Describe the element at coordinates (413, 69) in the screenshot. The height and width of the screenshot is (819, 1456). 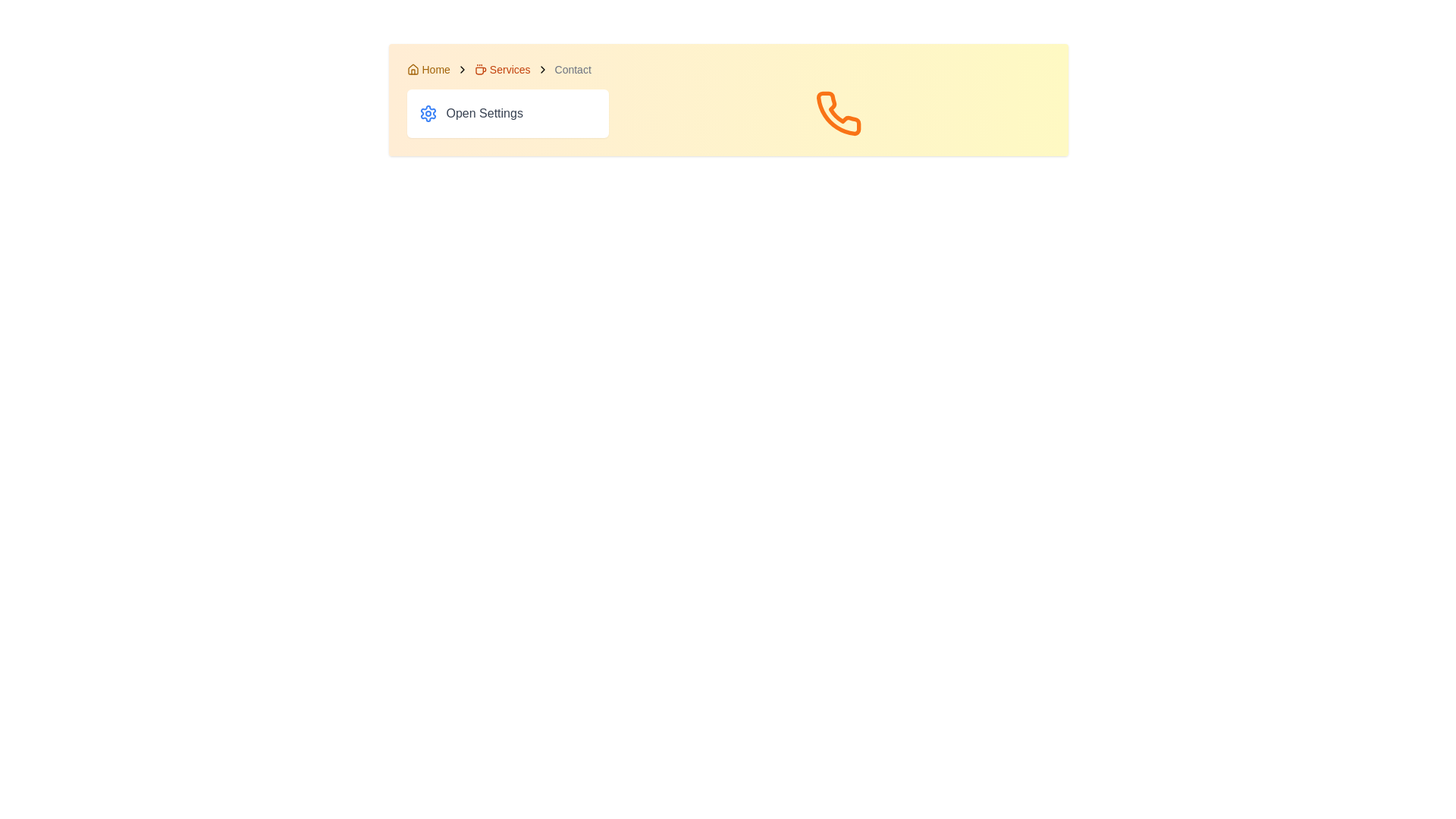
I see `the 'Home' icon, which is a vector graphic icon resembling a house with a triangular roof and rectangular base in the breadcrumb navigation bar` at that location.